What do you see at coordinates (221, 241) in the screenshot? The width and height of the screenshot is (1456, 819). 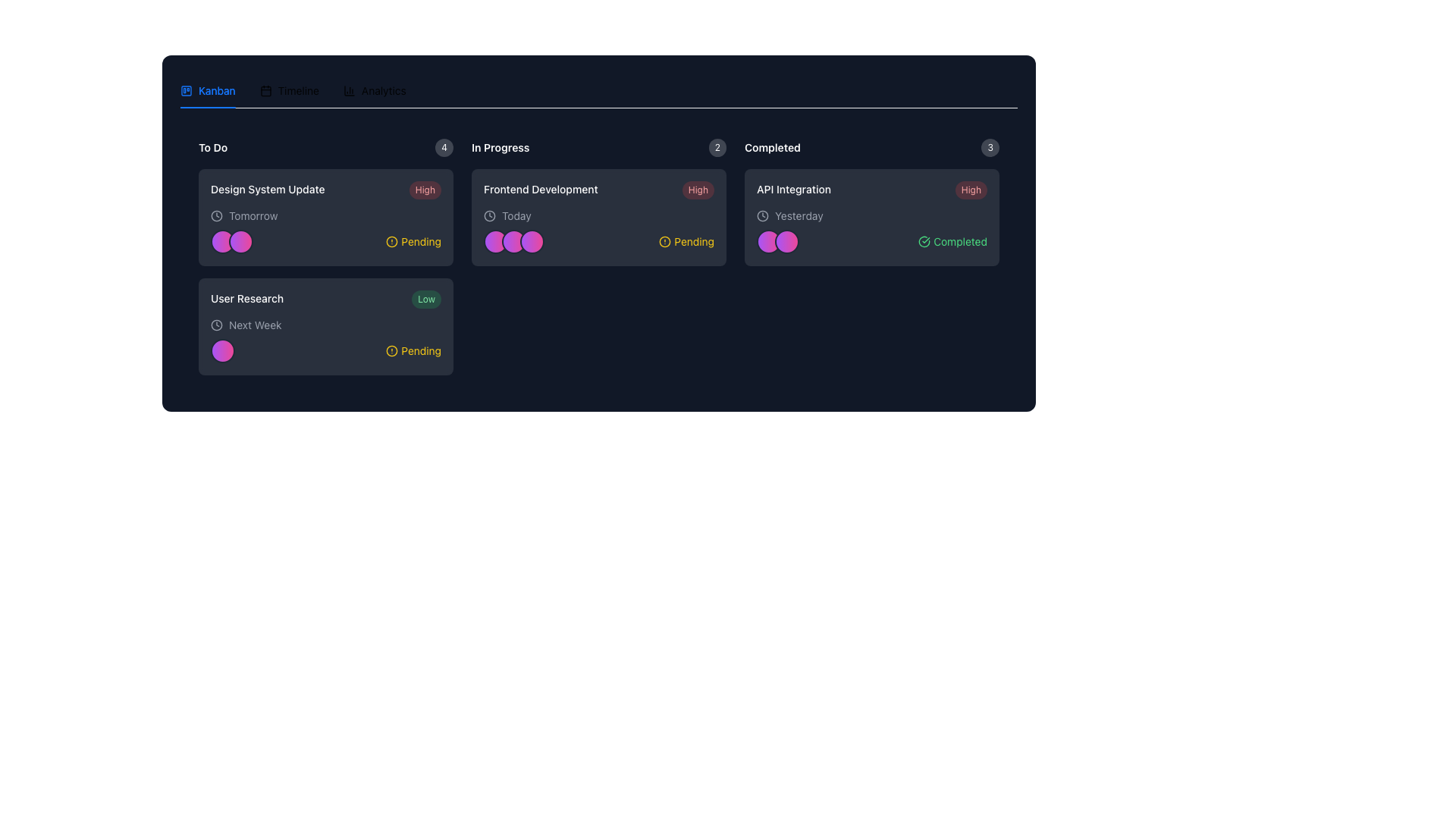 I see `the first decorative circular badge located in the left-middle region of the 'To Do' card titled 'Design System Update'` at bounding box center [221, 241].